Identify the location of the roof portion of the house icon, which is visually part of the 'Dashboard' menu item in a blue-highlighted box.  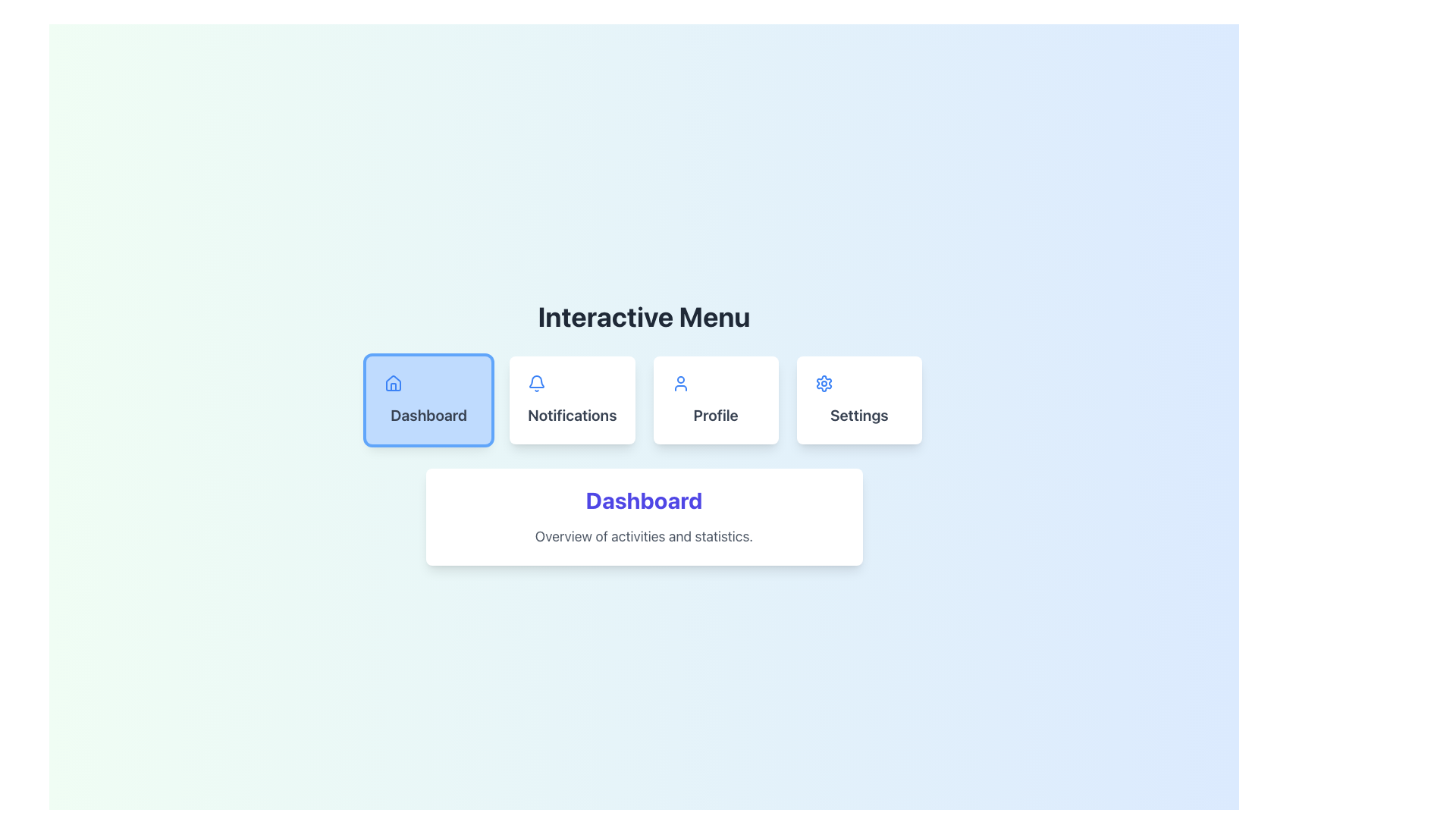
(394, 382).